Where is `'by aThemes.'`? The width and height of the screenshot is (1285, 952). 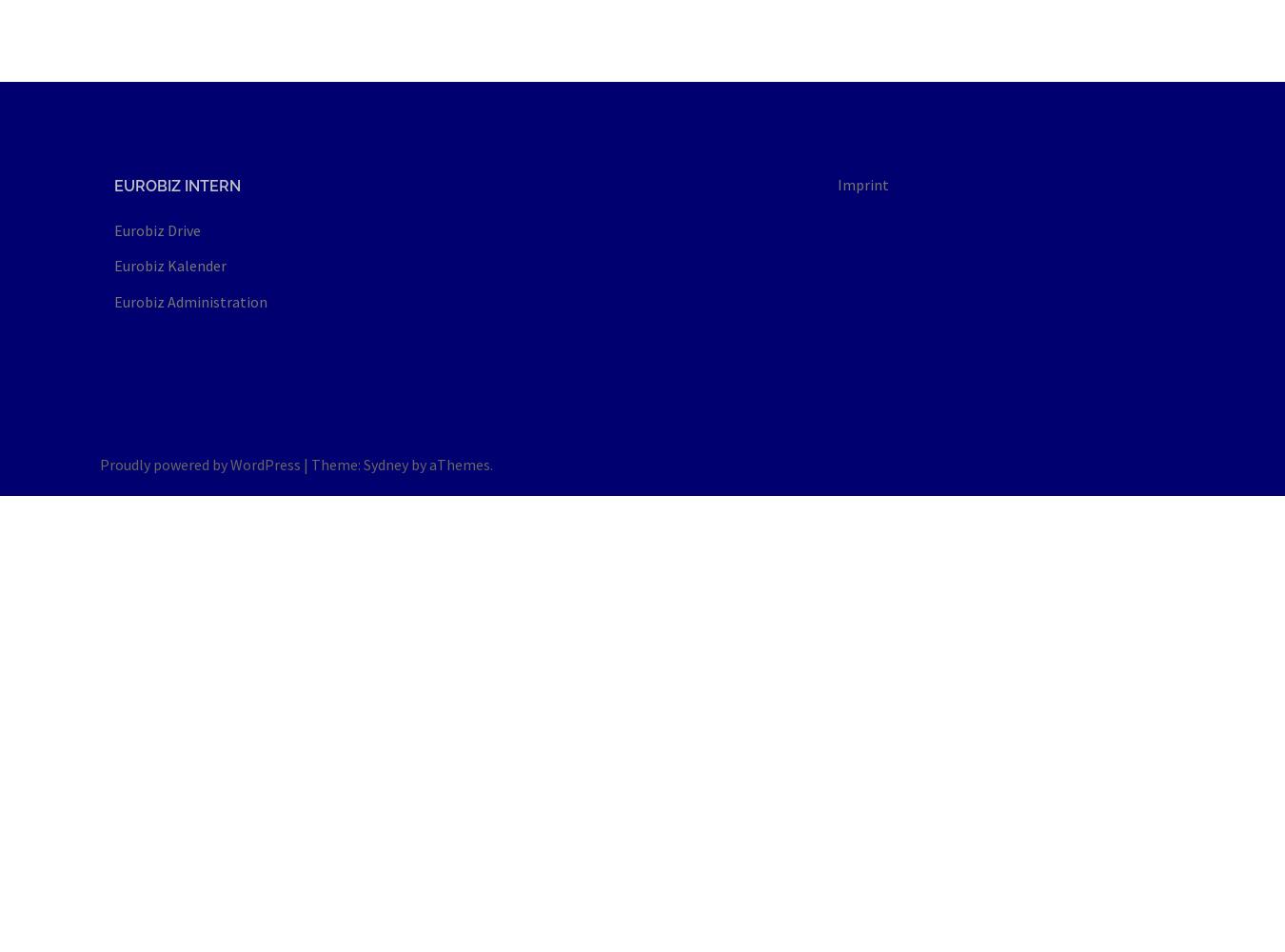
'by aThemes.' is located at coordinates (449, 463).